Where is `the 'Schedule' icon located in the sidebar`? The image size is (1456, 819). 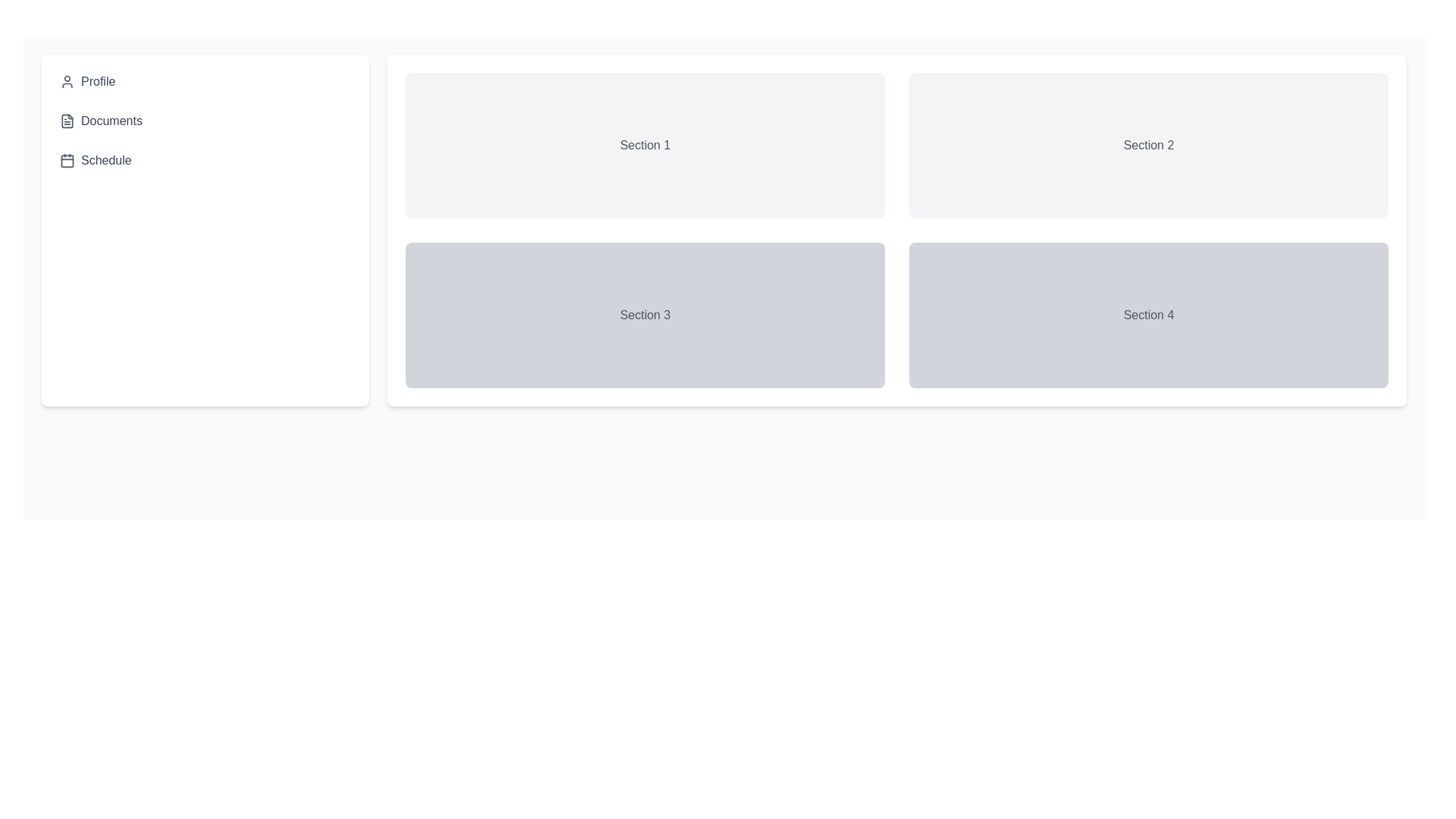 the 'Schedule' icon located in the sidebar is located at coordinates (67, 161).